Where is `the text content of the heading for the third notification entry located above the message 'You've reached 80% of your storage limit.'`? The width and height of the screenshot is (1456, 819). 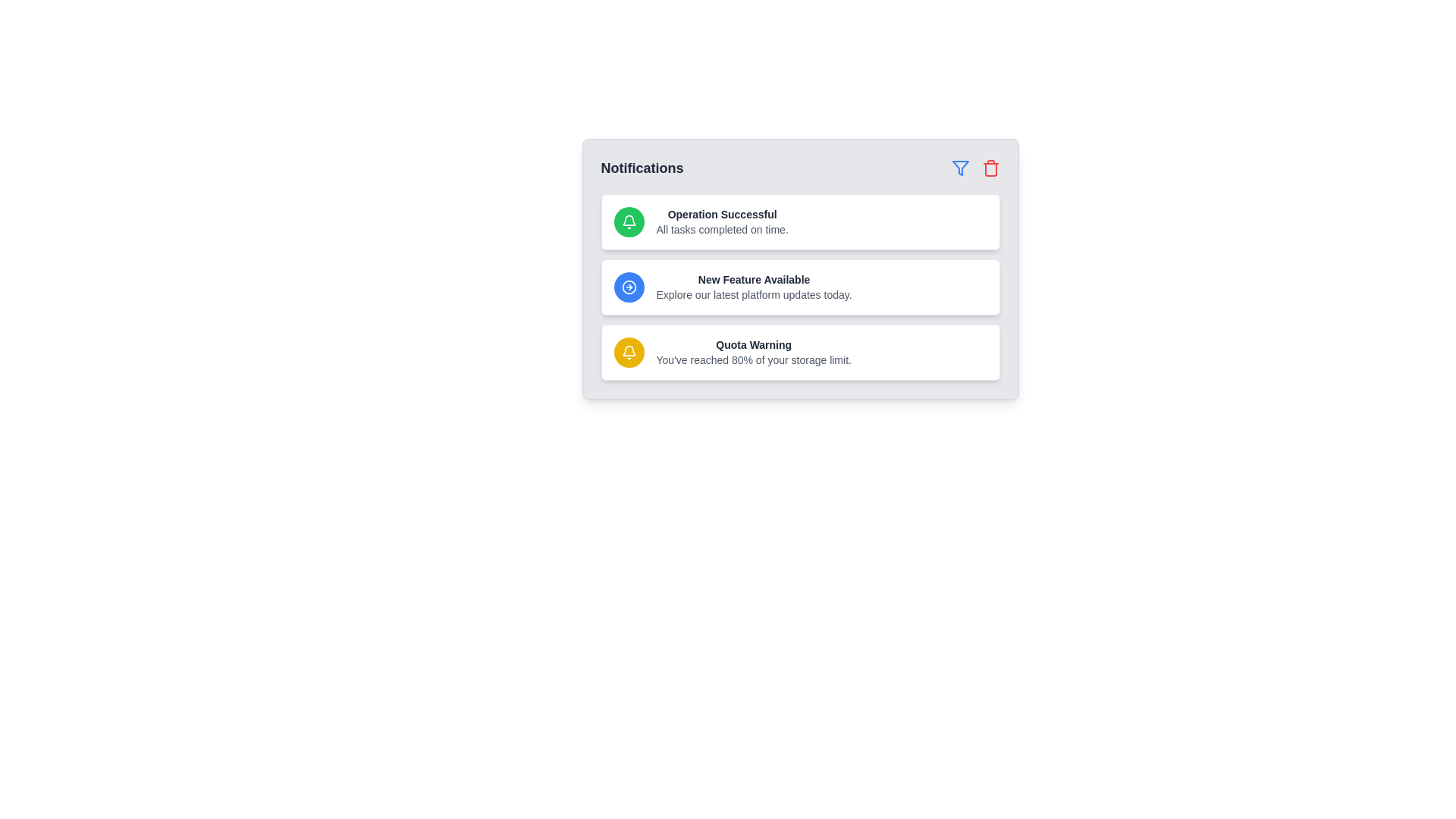
the text content of the heading for the third notification entry located above the message 'You've reached 80% of your storage limit.' is located at coordinates (754, 345).